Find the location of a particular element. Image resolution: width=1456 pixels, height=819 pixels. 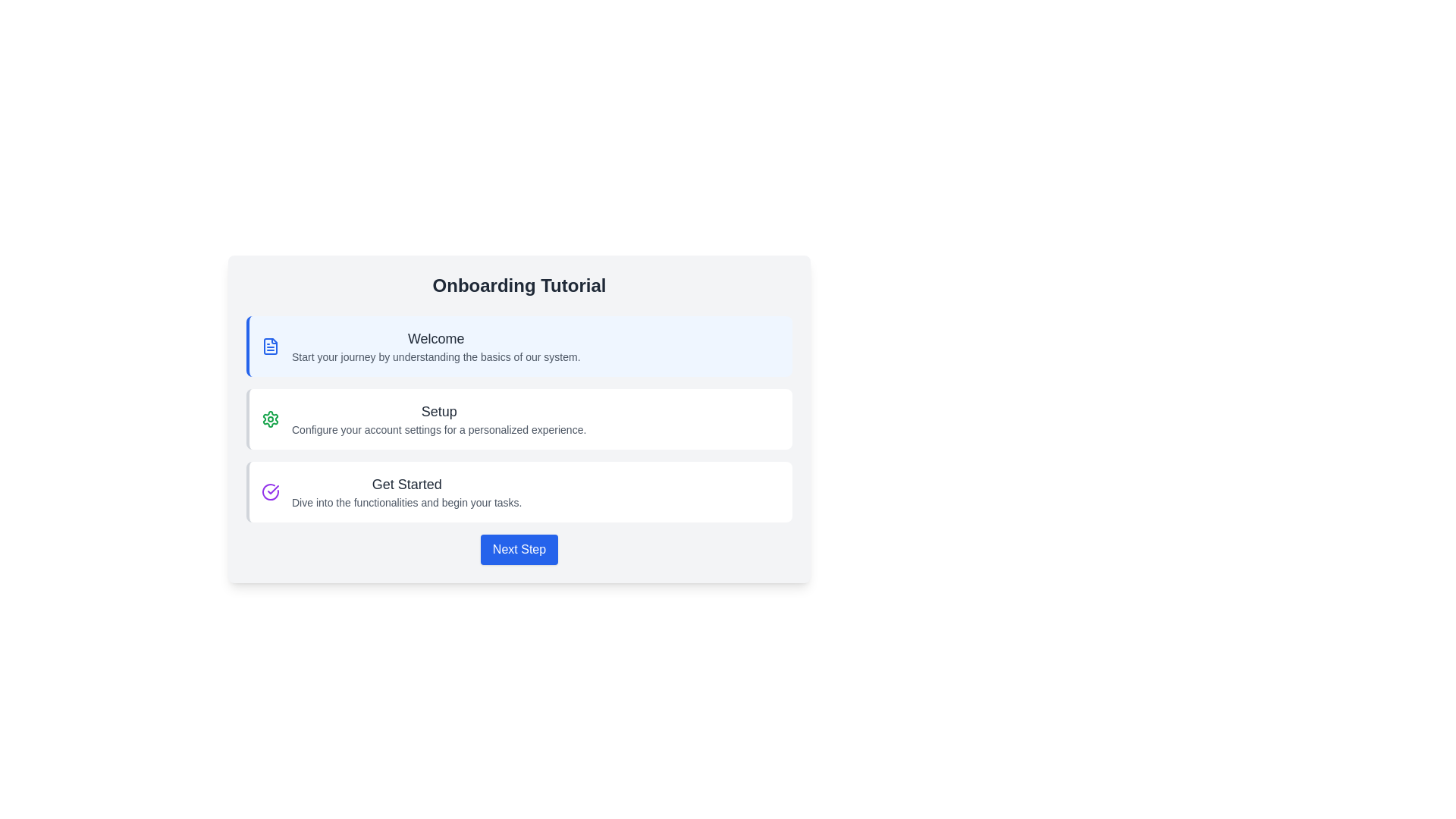

the static text block titled 'Get Started' which includes the description 'Dive into the functionalities and begin your tasks.' located under the 'Onboarding Tutorial' header is located at coordinates (406, 491).